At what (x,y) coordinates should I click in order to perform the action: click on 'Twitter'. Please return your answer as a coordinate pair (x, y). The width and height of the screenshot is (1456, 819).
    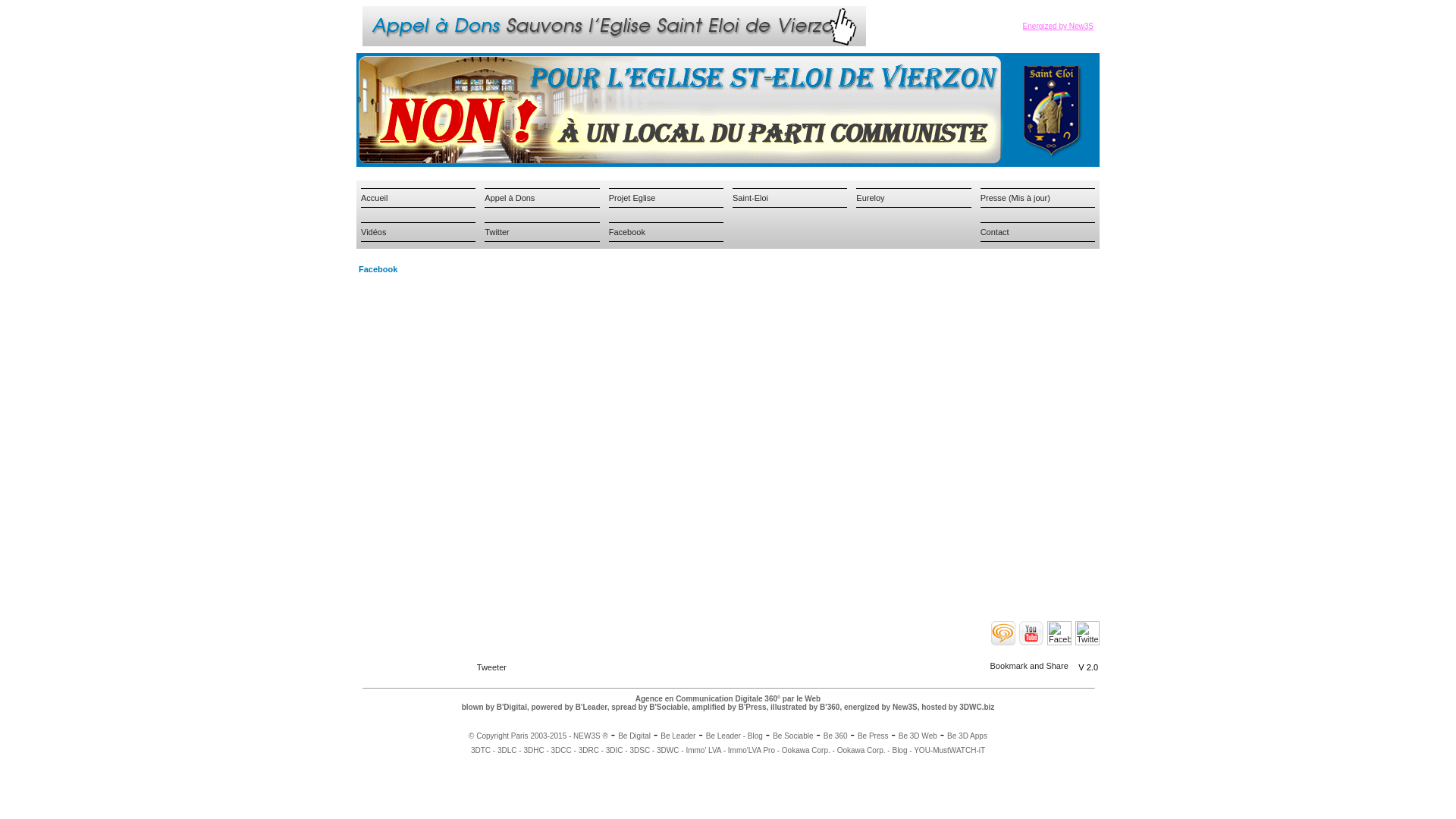
    Looking at the image, I should click on (483, 231).